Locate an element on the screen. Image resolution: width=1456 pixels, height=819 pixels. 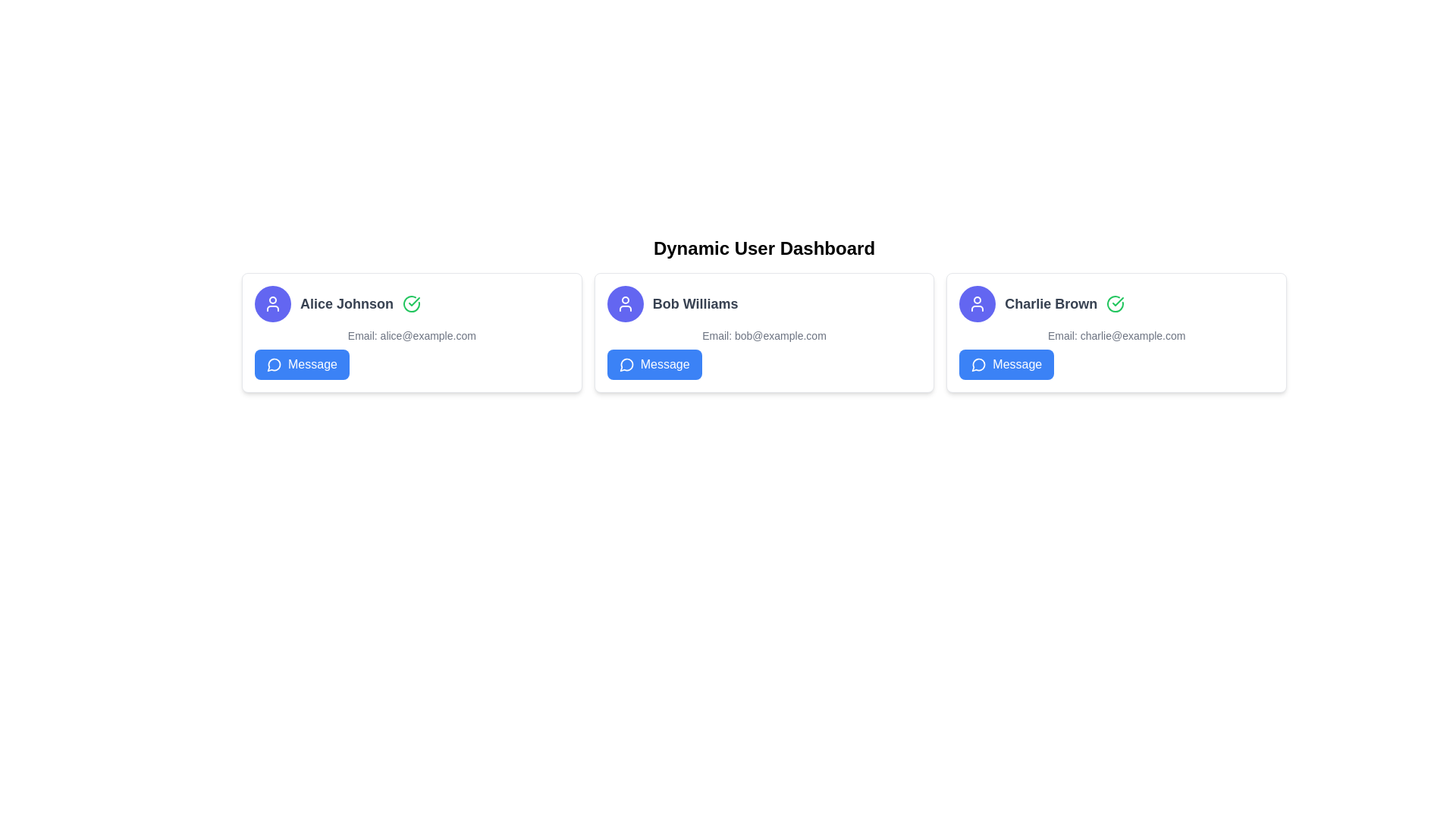
the circular speech bubble icon located on the left side of the 'Message' button associated with 'Bob Williams' on the dashboard is located at coordinates (626, 365).